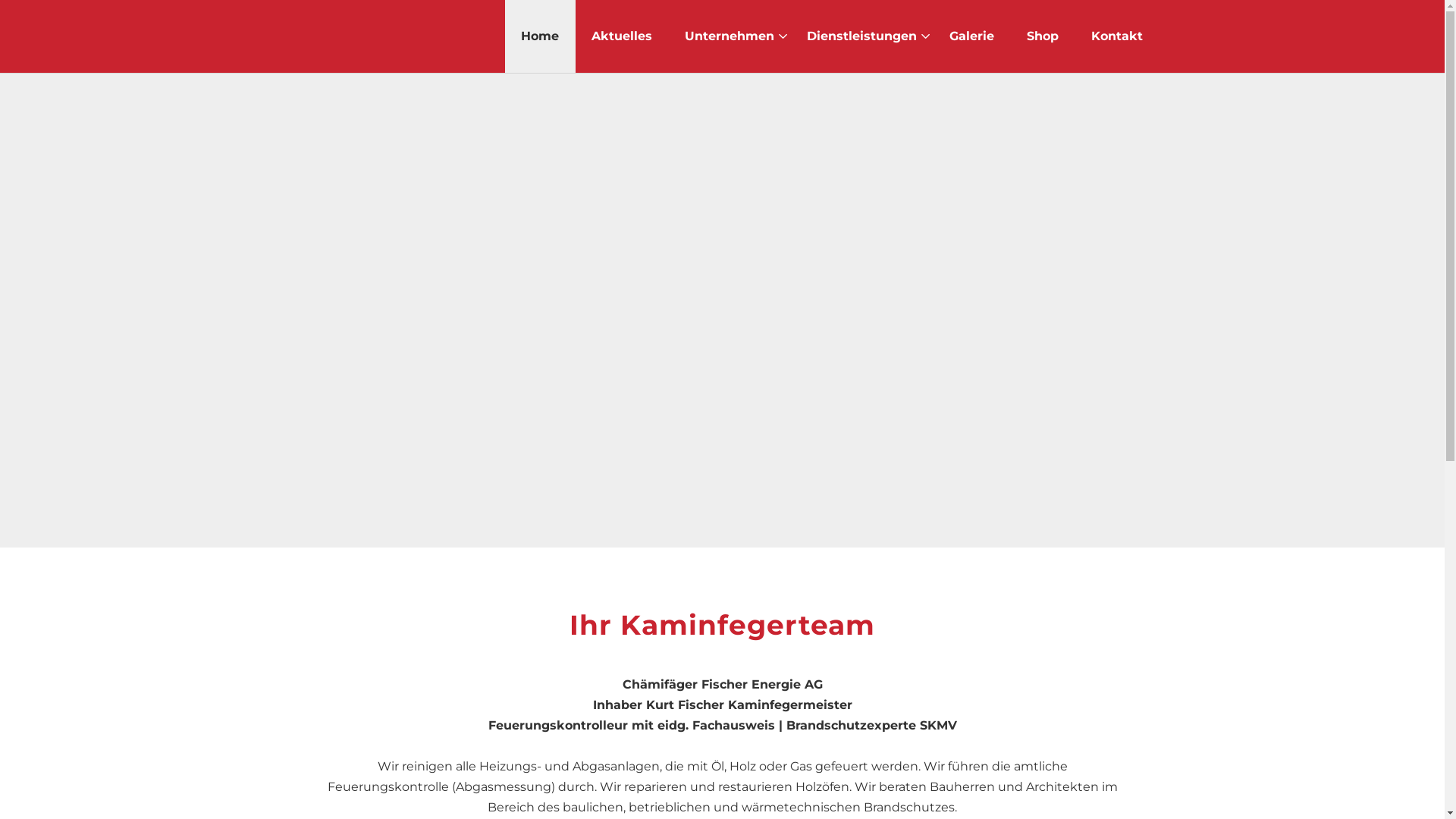 This screenshot has height=819, width=1456. Describe the element at coordinates (1041, 35) in the screenshot. I see `'Shop'` at that location.